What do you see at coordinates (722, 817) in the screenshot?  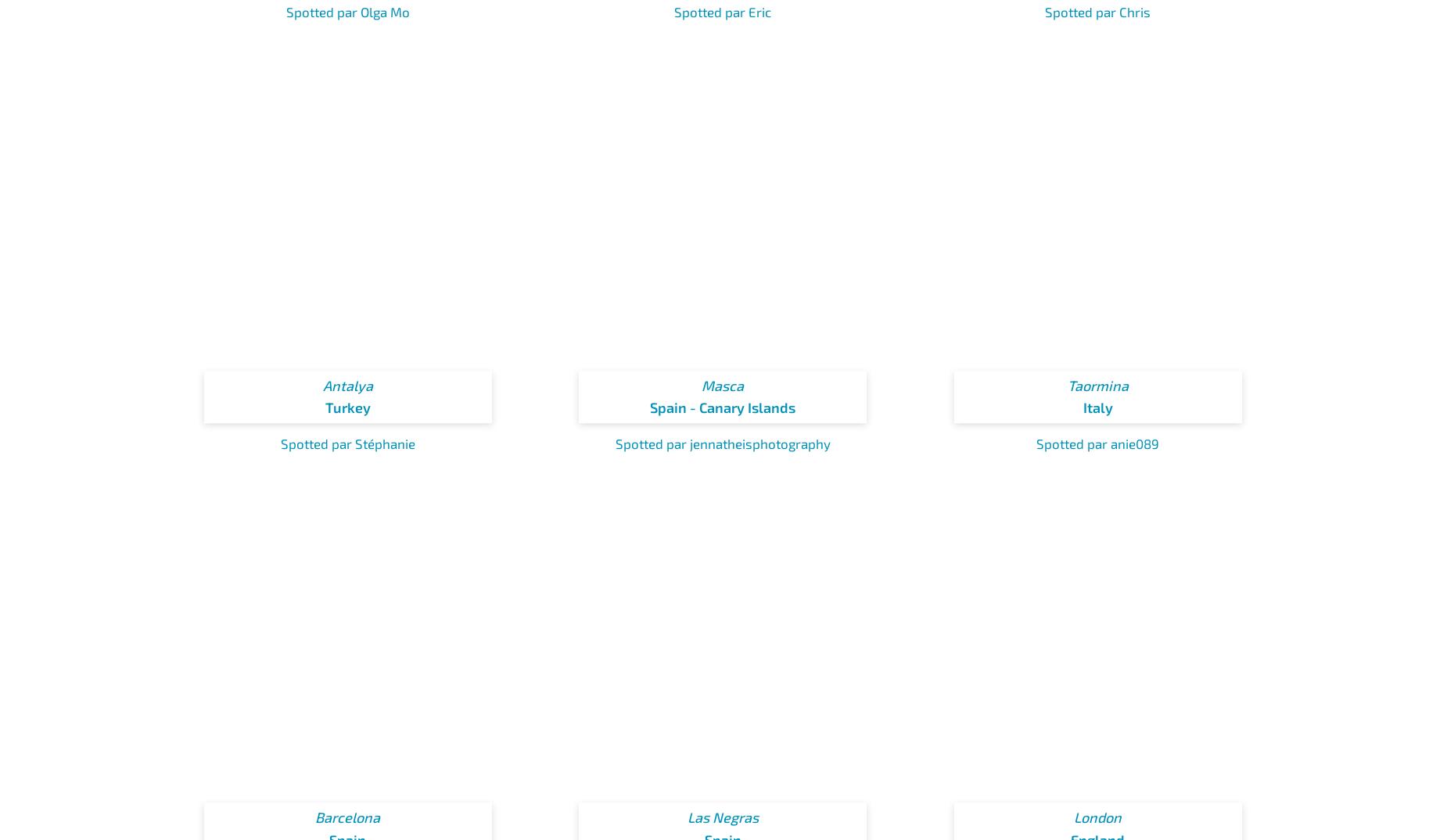 I see `'Las Negras'` at bounding box center [722, 817].